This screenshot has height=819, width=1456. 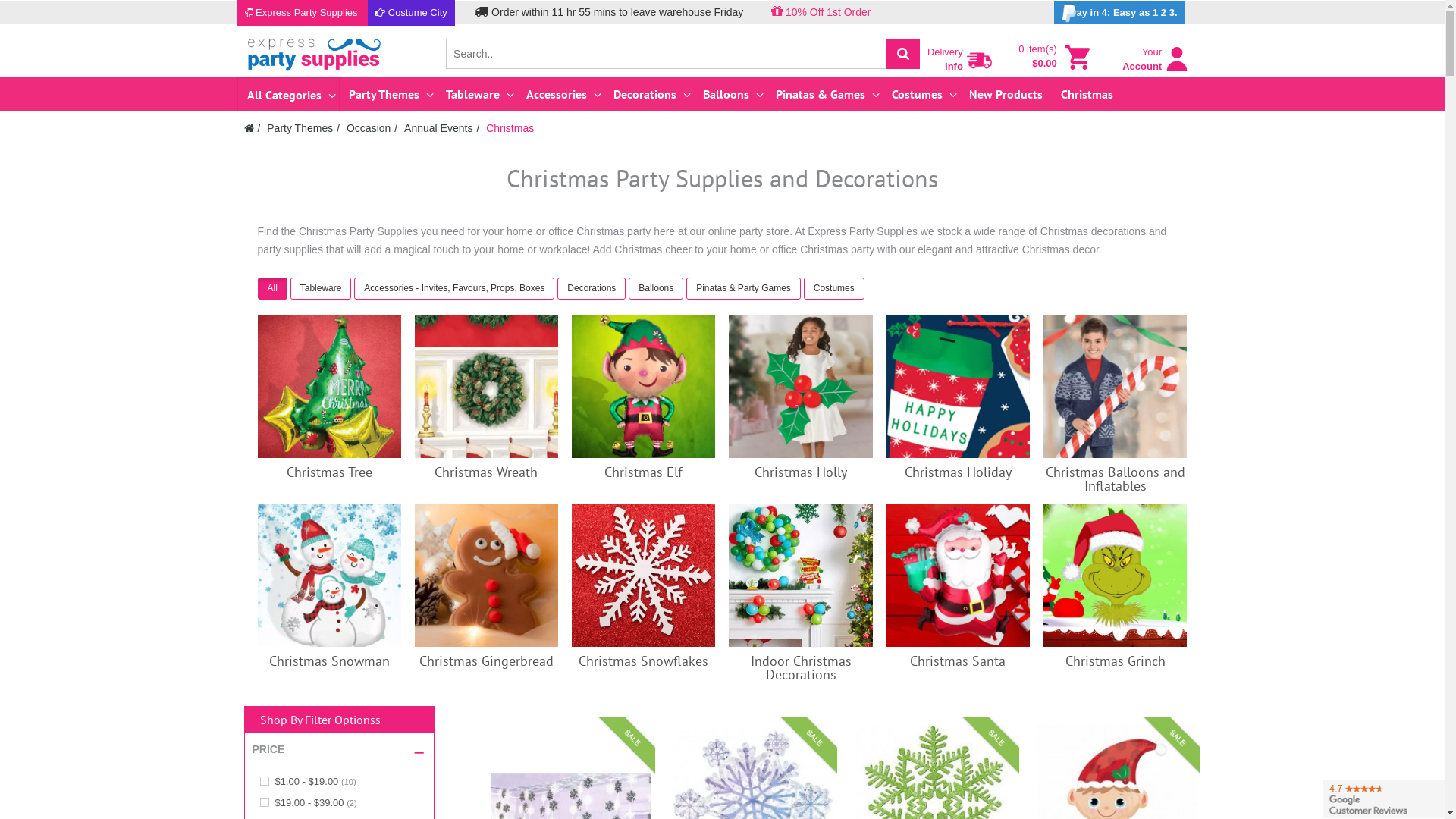 I want to click on 'New Products', so click(x=1005, y=93).